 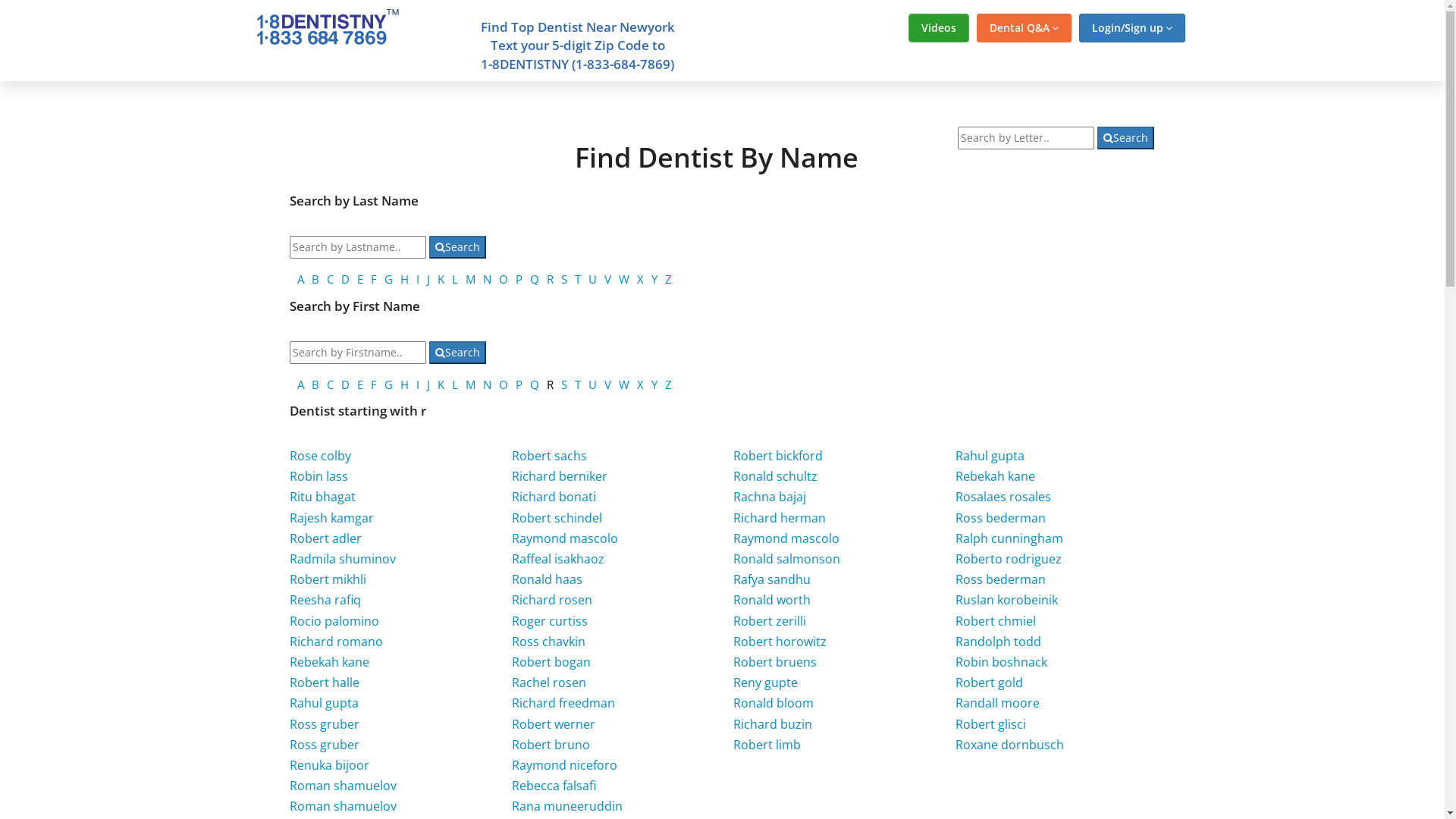 I want to click on 'Reny gupte', so click(x=765, y=681).